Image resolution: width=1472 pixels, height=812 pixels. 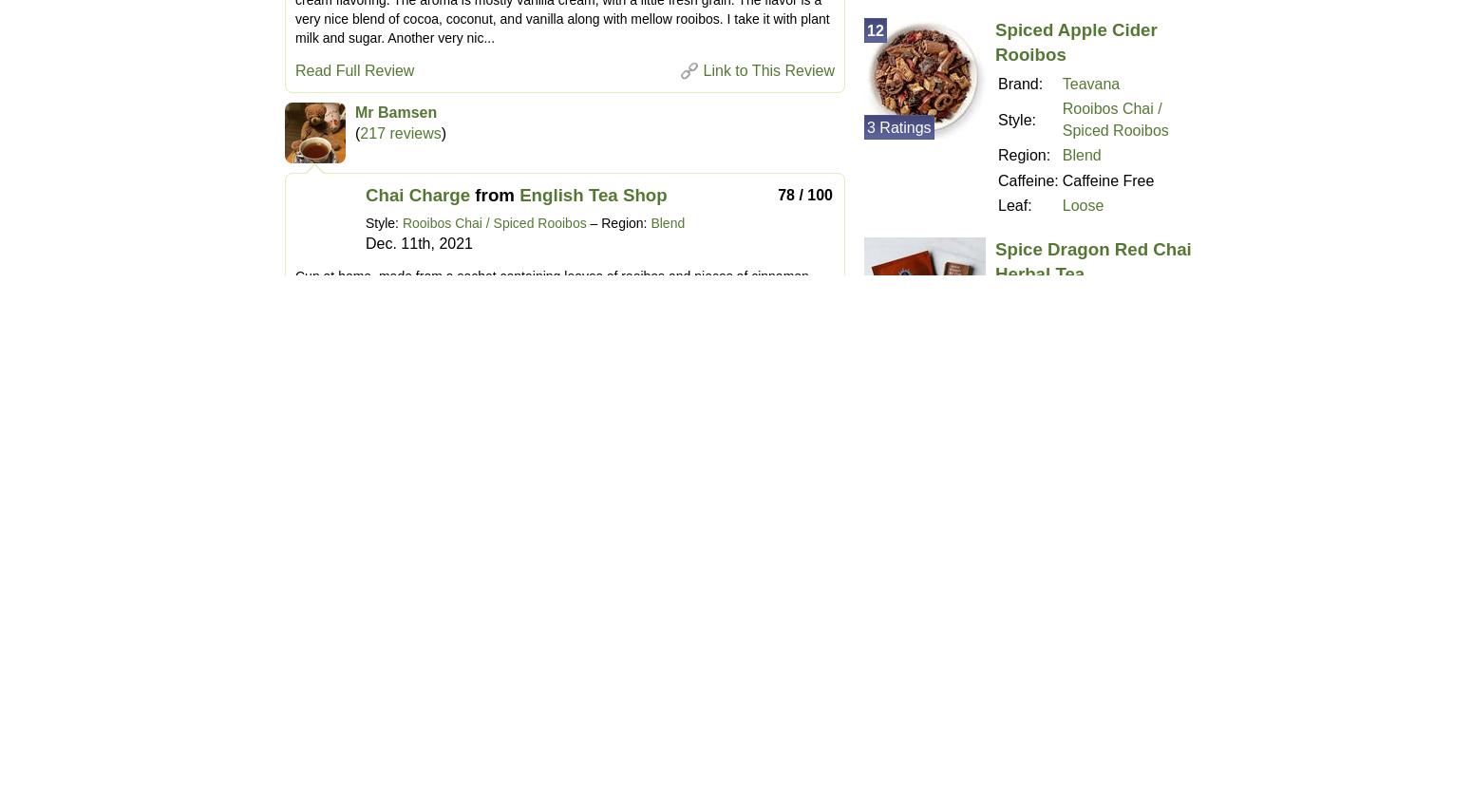 What do you see at coordinates (804, 418) in the screenshot?
I see `'70 / 100'` at bounding box center [804, 418].